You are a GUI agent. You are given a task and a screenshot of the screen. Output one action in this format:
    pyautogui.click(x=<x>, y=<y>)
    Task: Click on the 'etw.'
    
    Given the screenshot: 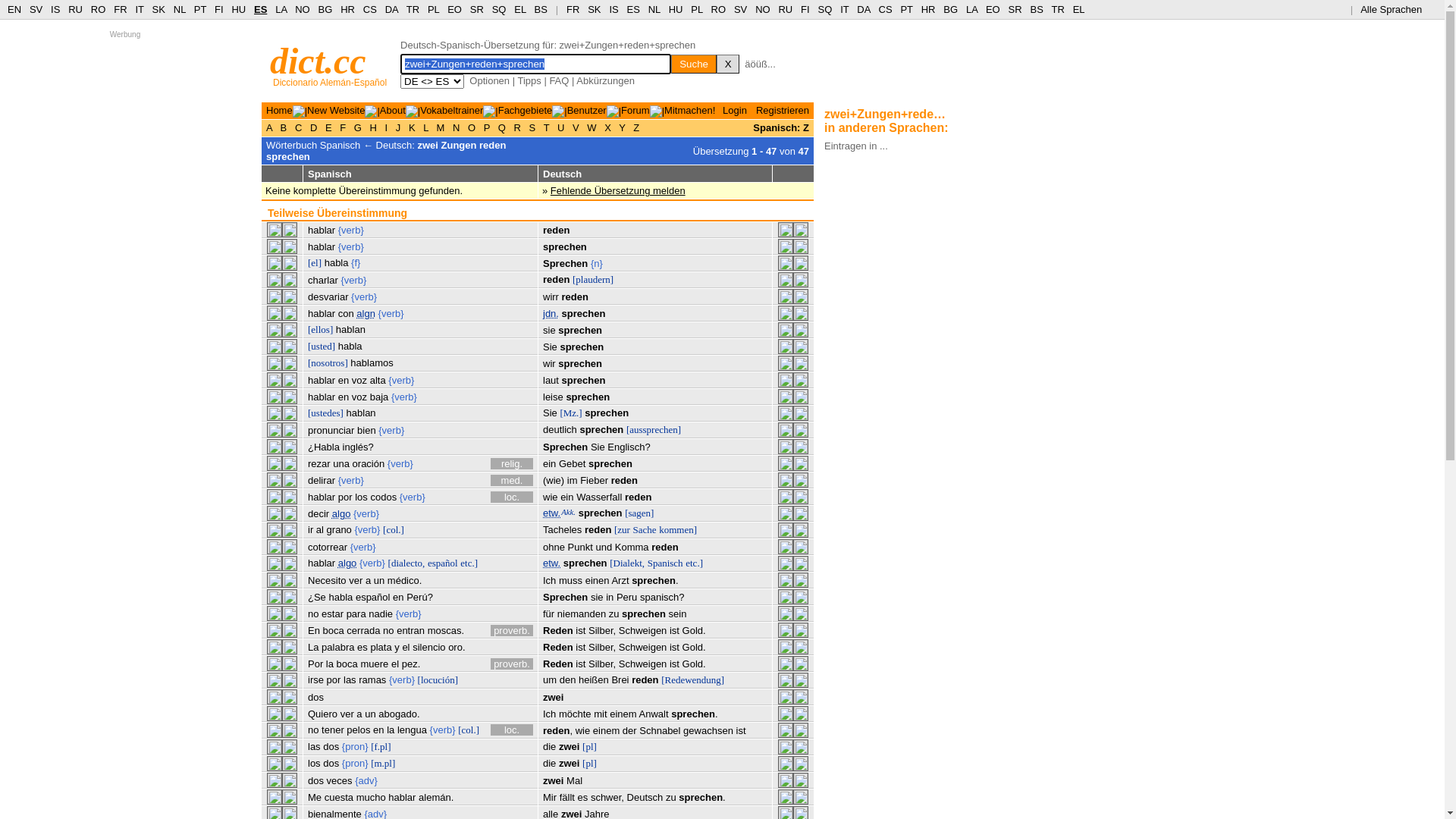 What is the action you would take?
    pyautogui.click(x=551, y=563)
    